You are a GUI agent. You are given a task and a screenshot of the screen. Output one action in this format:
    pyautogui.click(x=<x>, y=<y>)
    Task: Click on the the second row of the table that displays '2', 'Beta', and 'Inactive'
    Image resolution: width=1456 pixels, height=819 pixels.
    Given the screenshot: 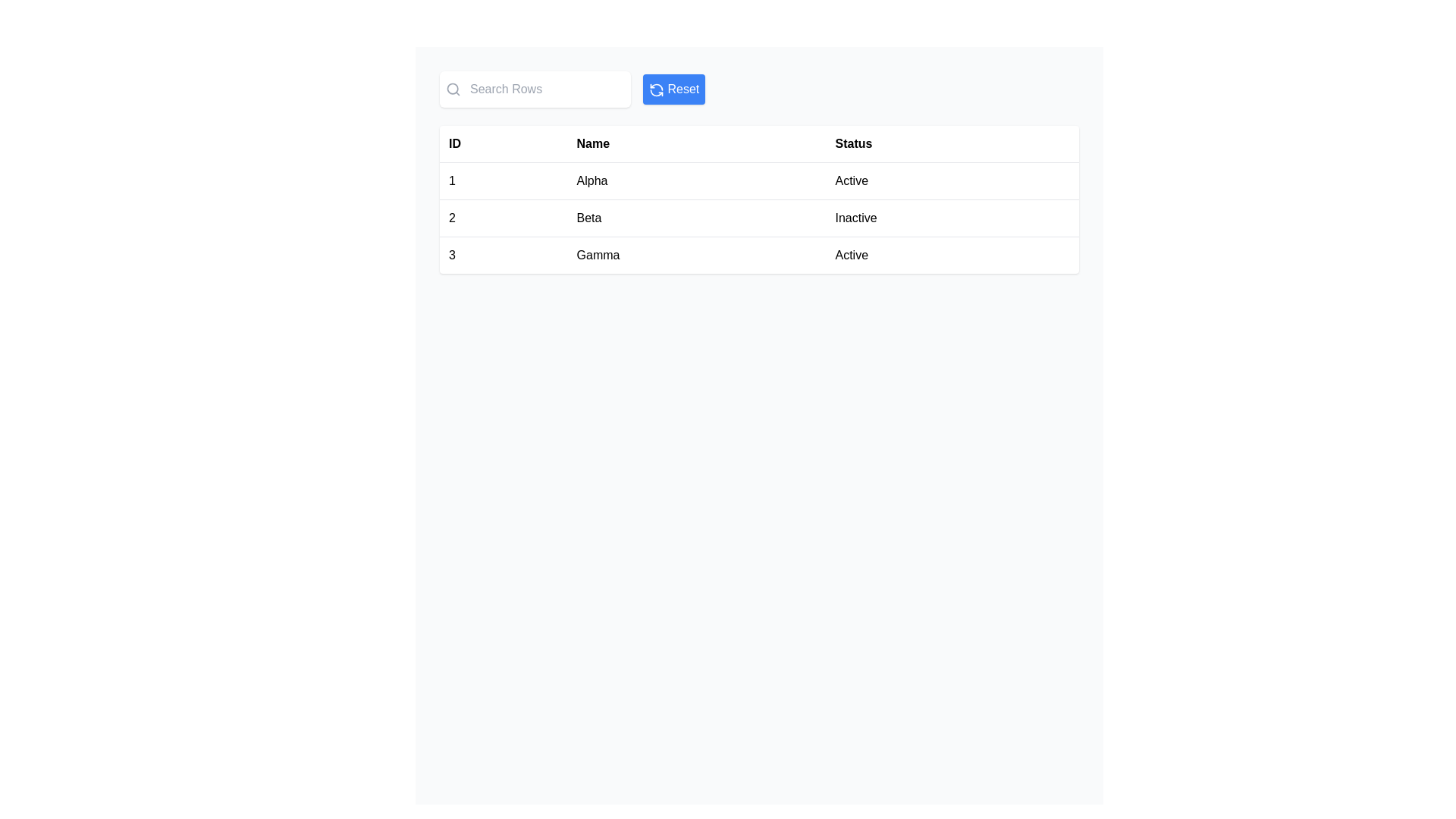 What is the action you would take?
    pyautogui.click(x=759, y=218)
    